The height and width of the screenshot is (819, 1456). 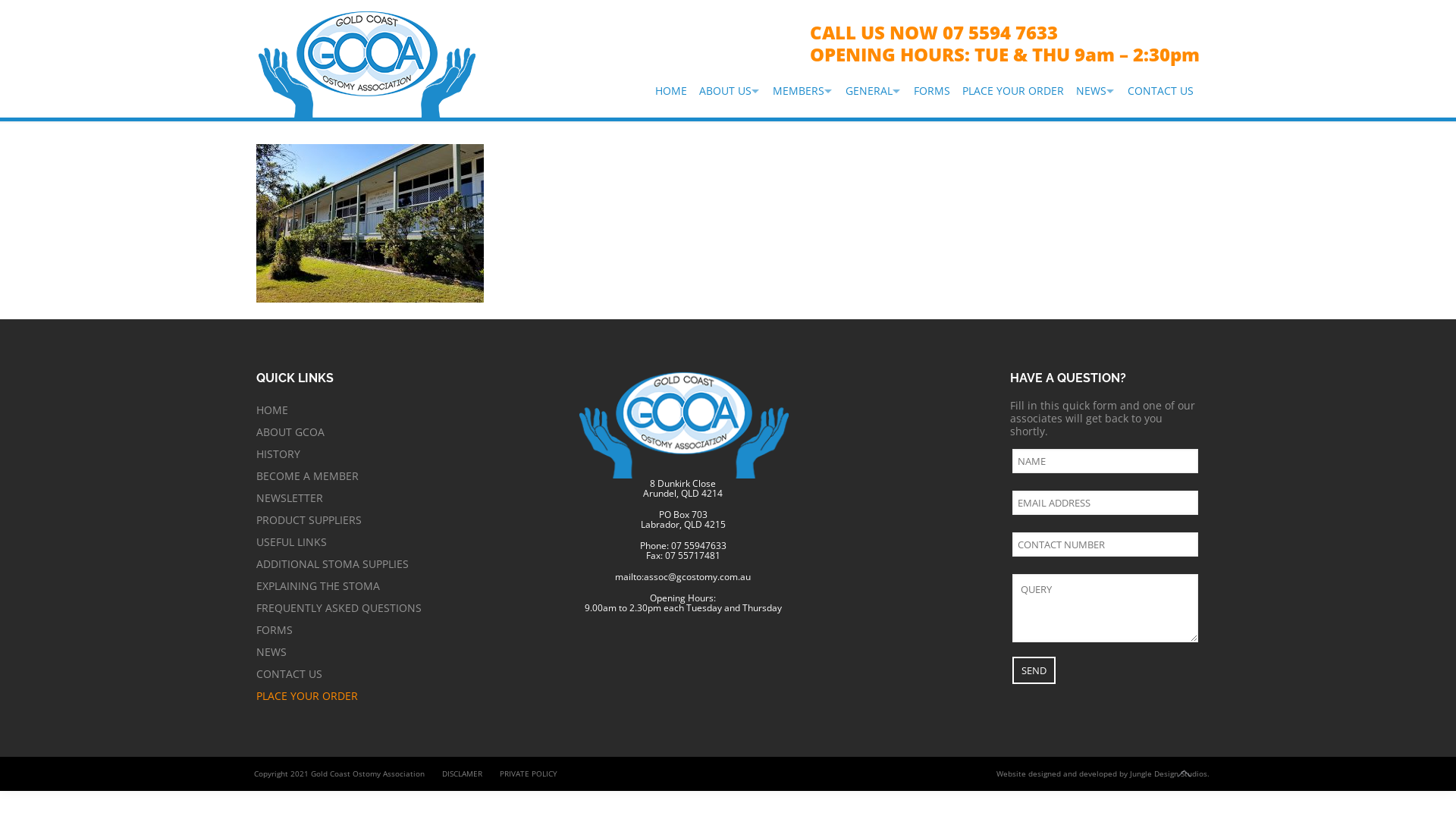 What do you see at coordinates (802, 90) in the screenshot?
I see `'MEMBERS'` at bounding box center [802, 90].